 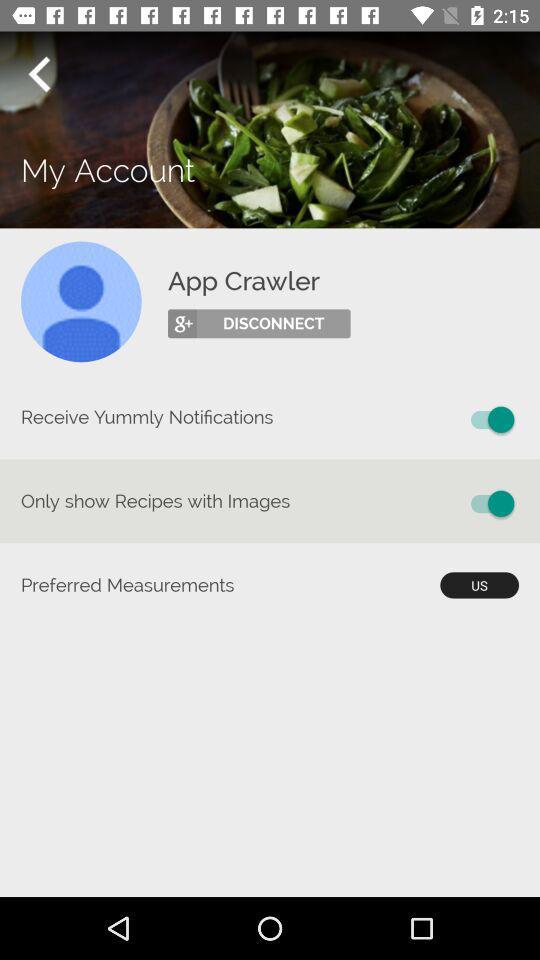 What do you see at coordinates (38, 74) in the screenshot?
I see `the arrow_backward icon` at bounding box center [38, 74].